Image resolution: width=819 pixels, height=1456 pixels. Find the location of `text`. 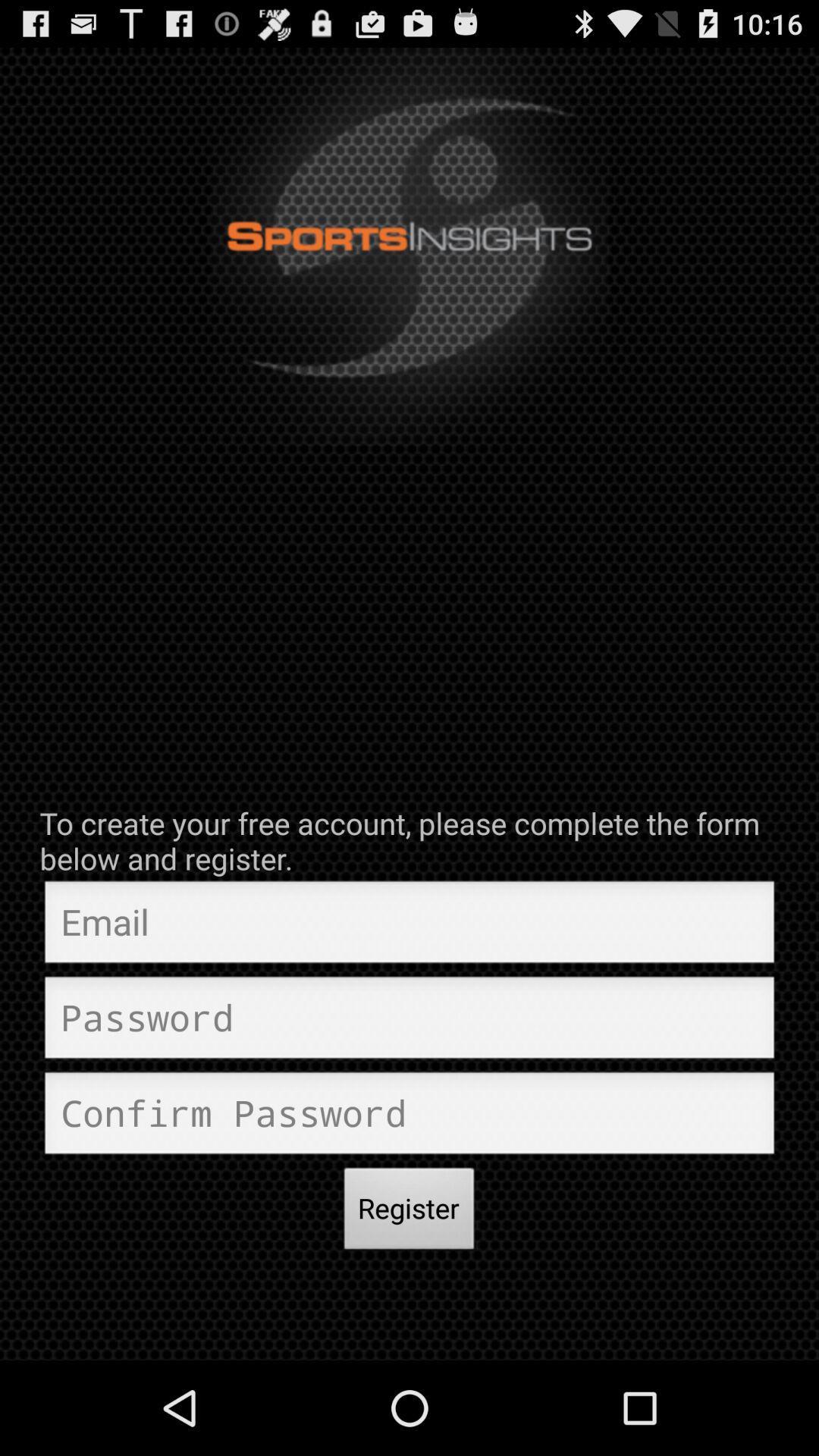

text is located at coordinates (409, 1117).